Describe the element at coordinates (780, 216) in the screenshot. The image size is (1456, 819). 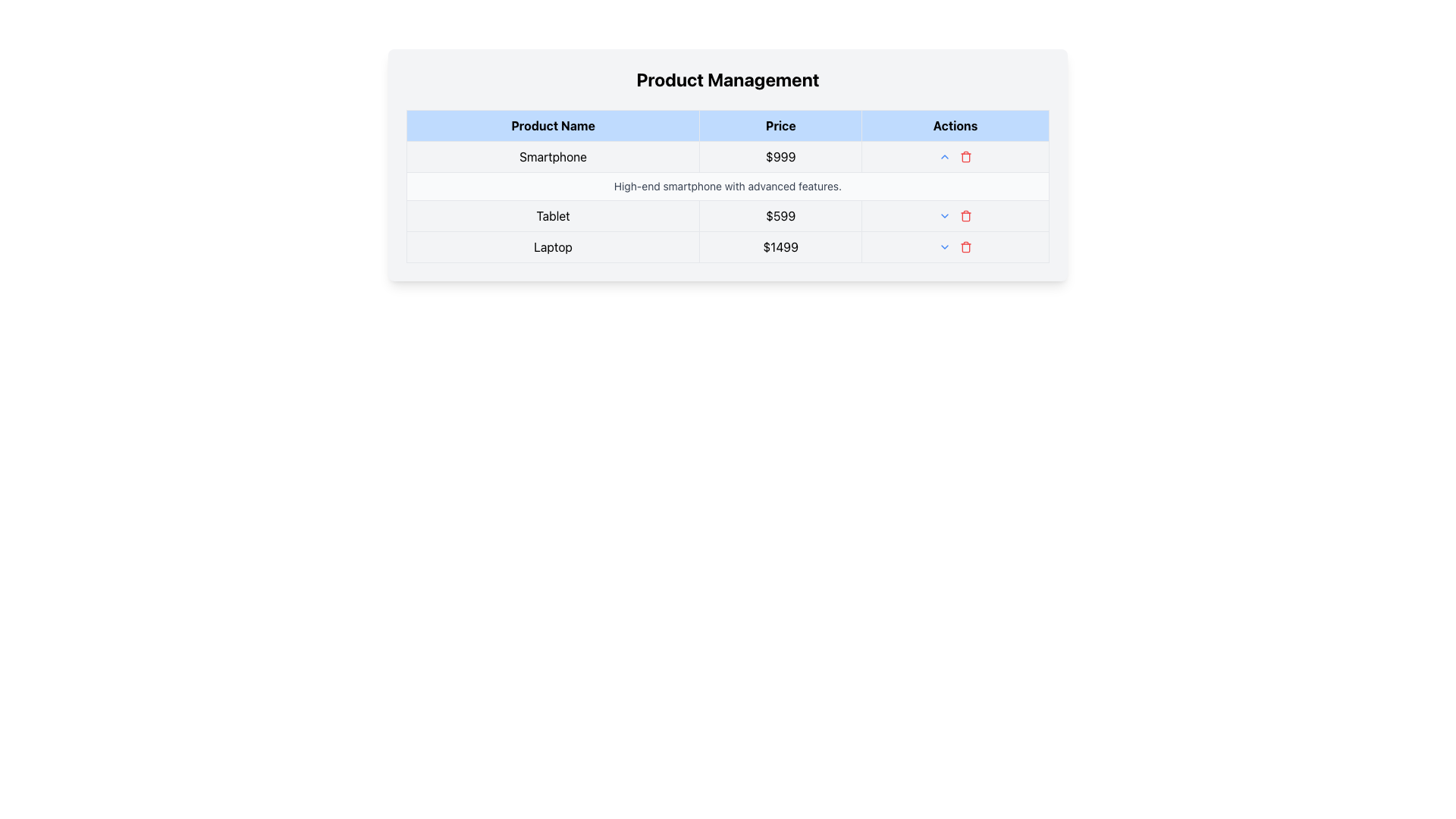
I see `the static text label displaying the price of the 'Tablet' product, which is located in the 'Price' column of the product table` at that location.